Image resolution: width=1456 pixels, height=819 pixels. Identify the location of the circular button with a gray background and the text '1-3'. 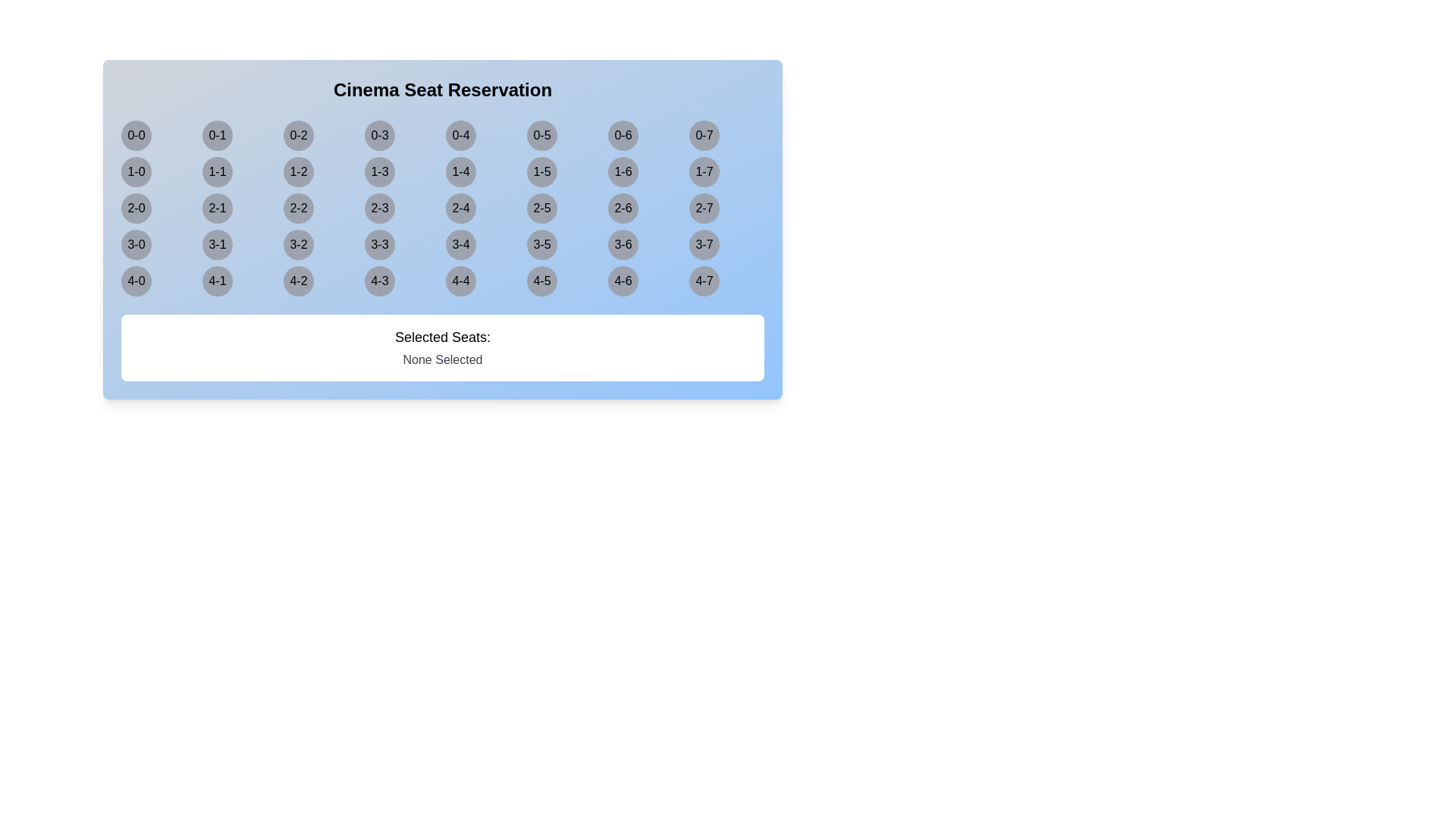
(379, 171).